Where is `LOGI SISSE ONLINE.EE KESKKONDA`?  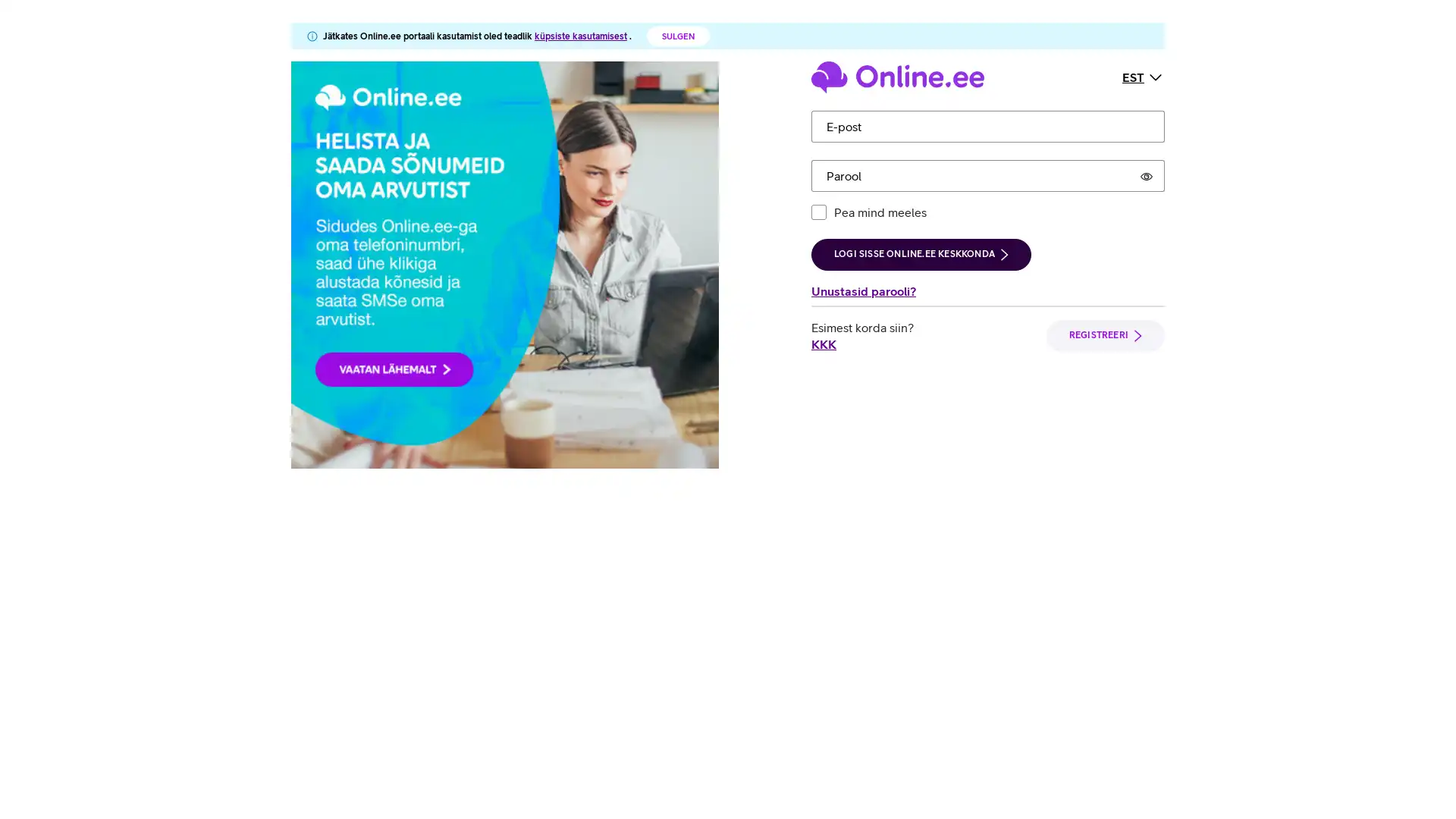
LOGI SISSE ONLINE.EE KESKKONDA is located at coordinates (920, 253).